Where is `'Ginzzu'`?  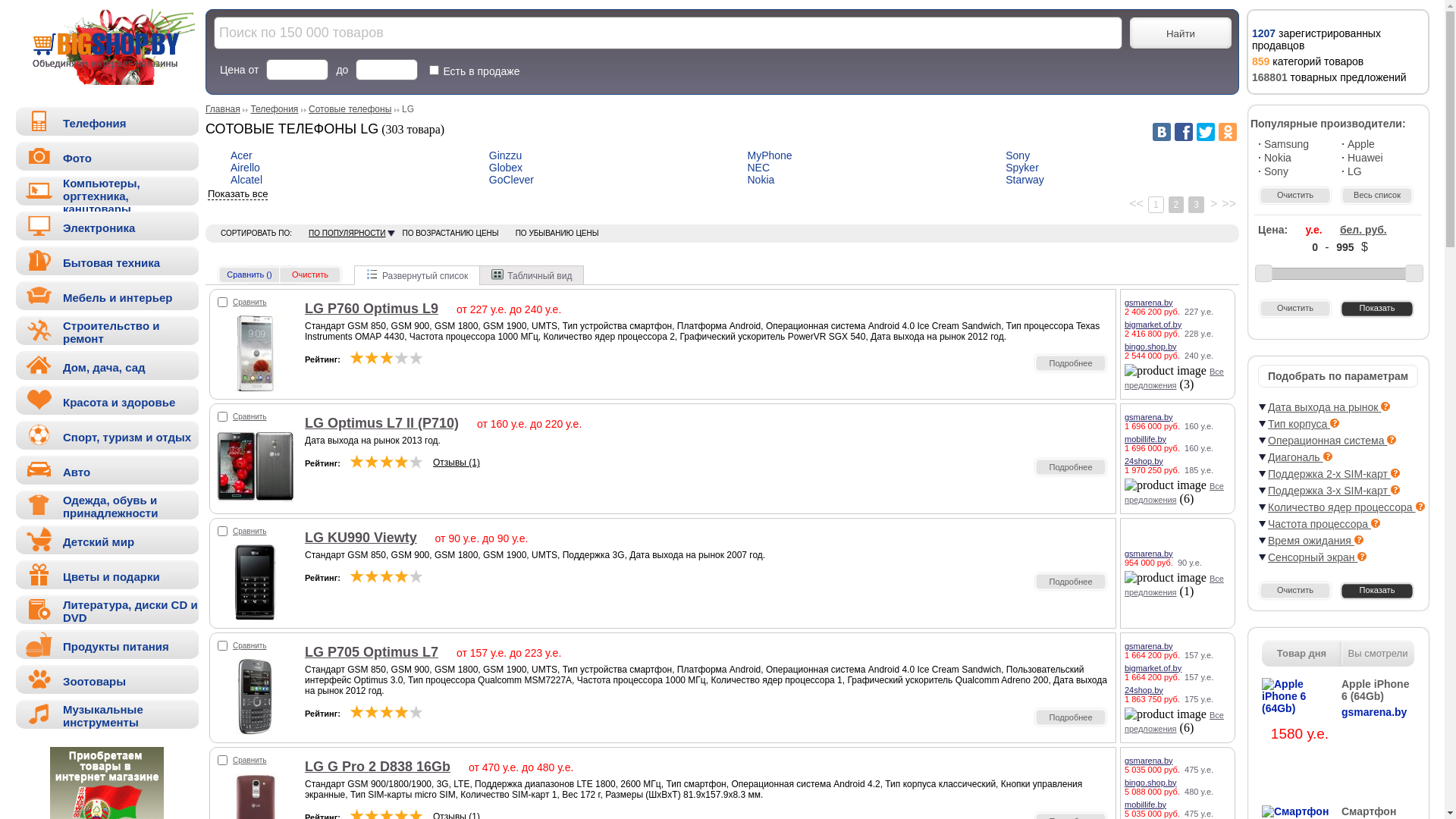 'Ginzzu' is located at coordinates (506, 155).